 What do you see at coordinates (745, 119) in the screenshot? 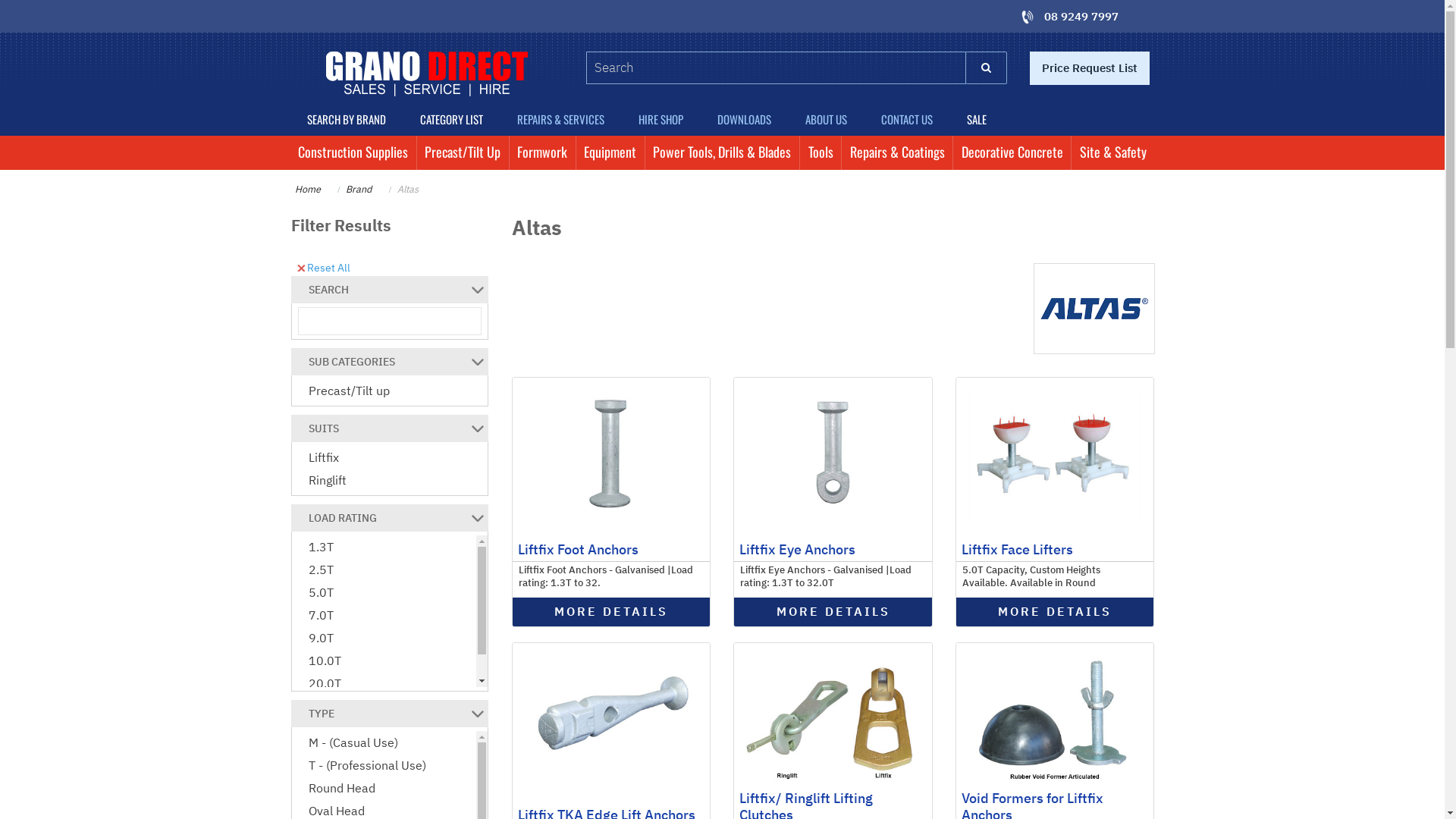
I see `'DOWNLOADS'` at bounding box center [745, 119].